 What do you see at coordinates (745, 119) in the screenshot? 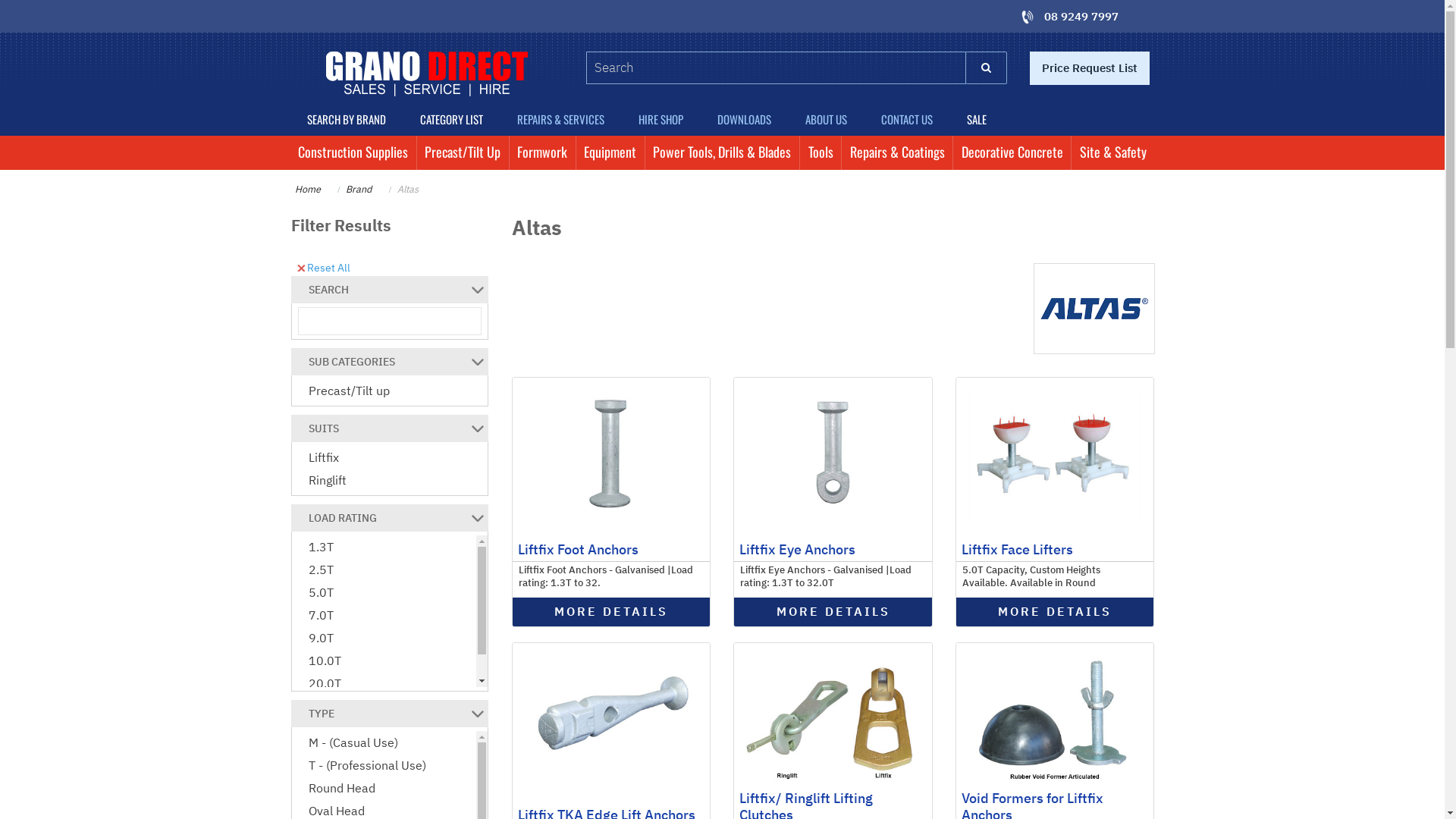
I see `'DOWNLOADS'` at bounding box center [745, 119].